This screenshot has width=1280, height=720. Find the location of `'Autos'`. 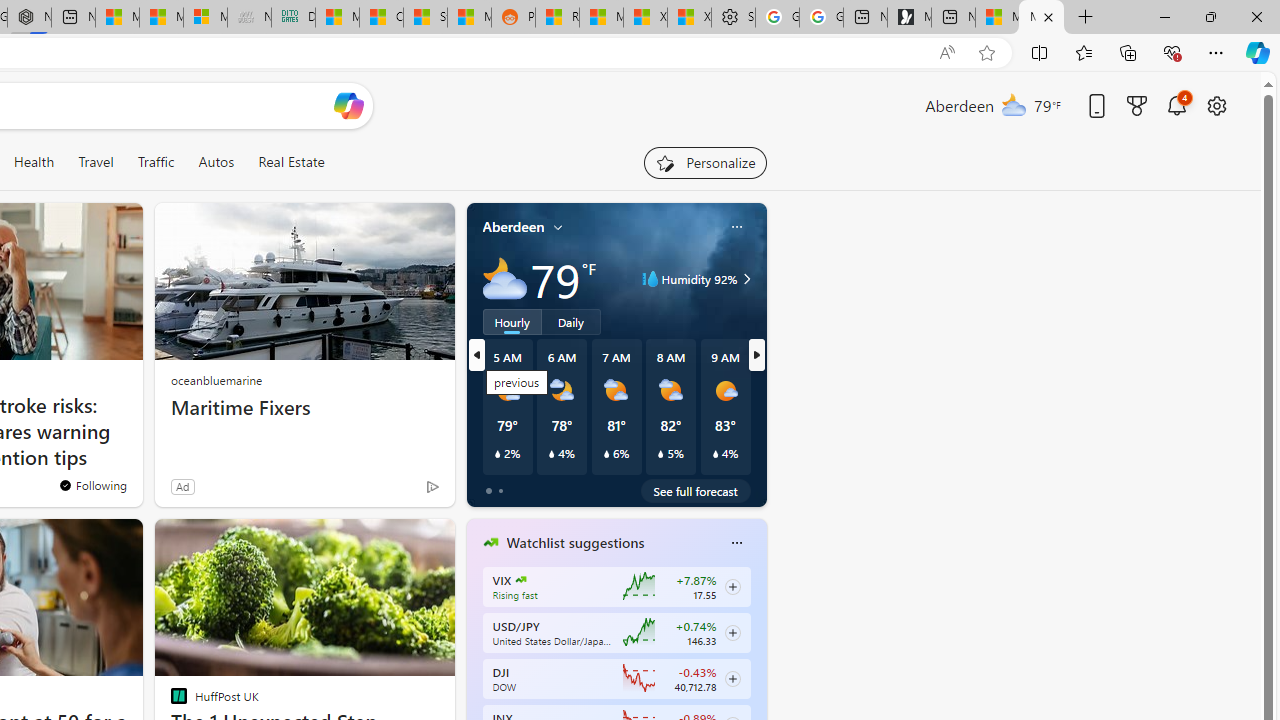

'Autos' is located at coordinates (216, 161).